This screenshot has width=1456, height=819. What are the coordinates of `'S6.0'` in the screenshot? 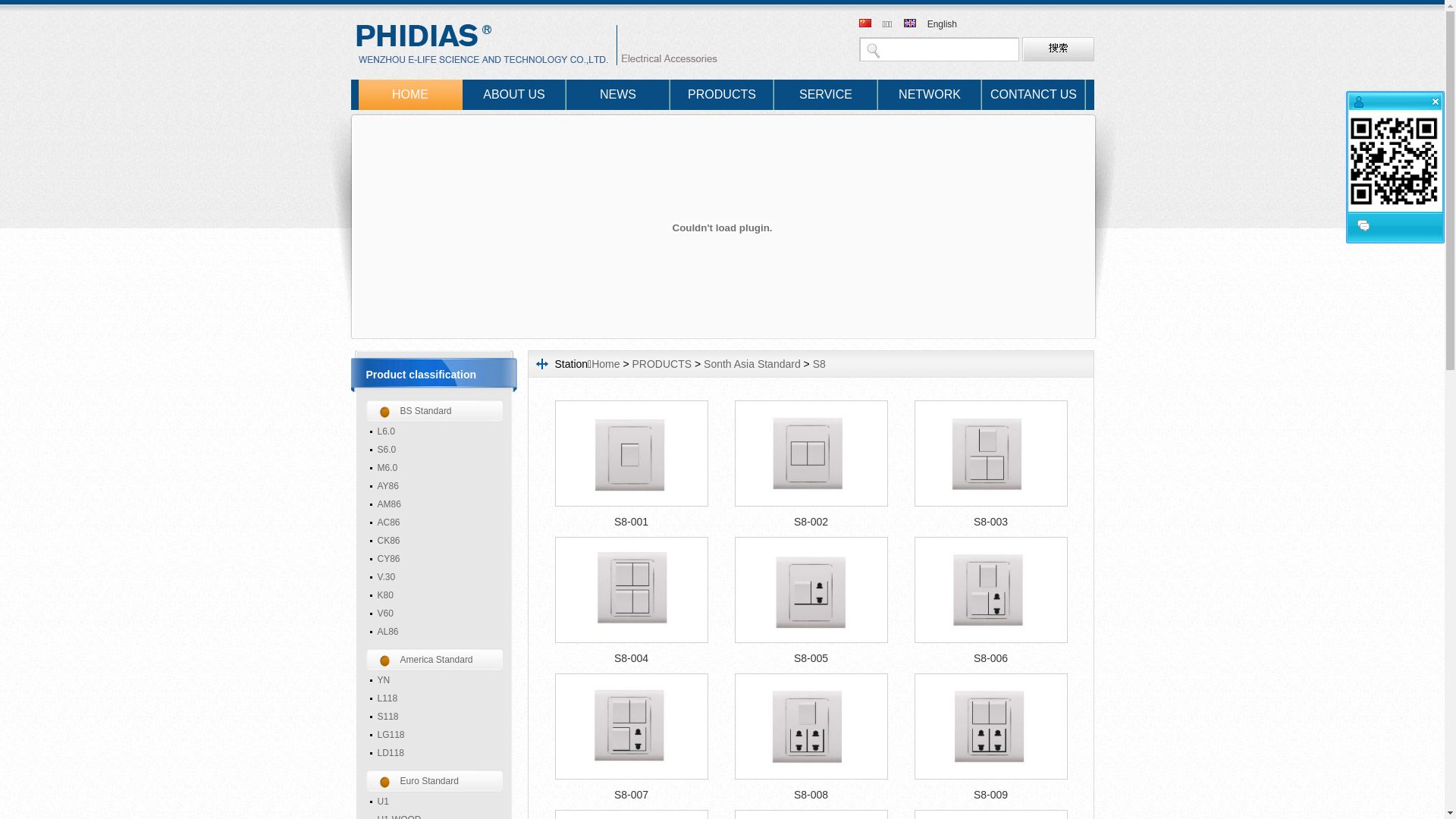 It's located at (435, 449).